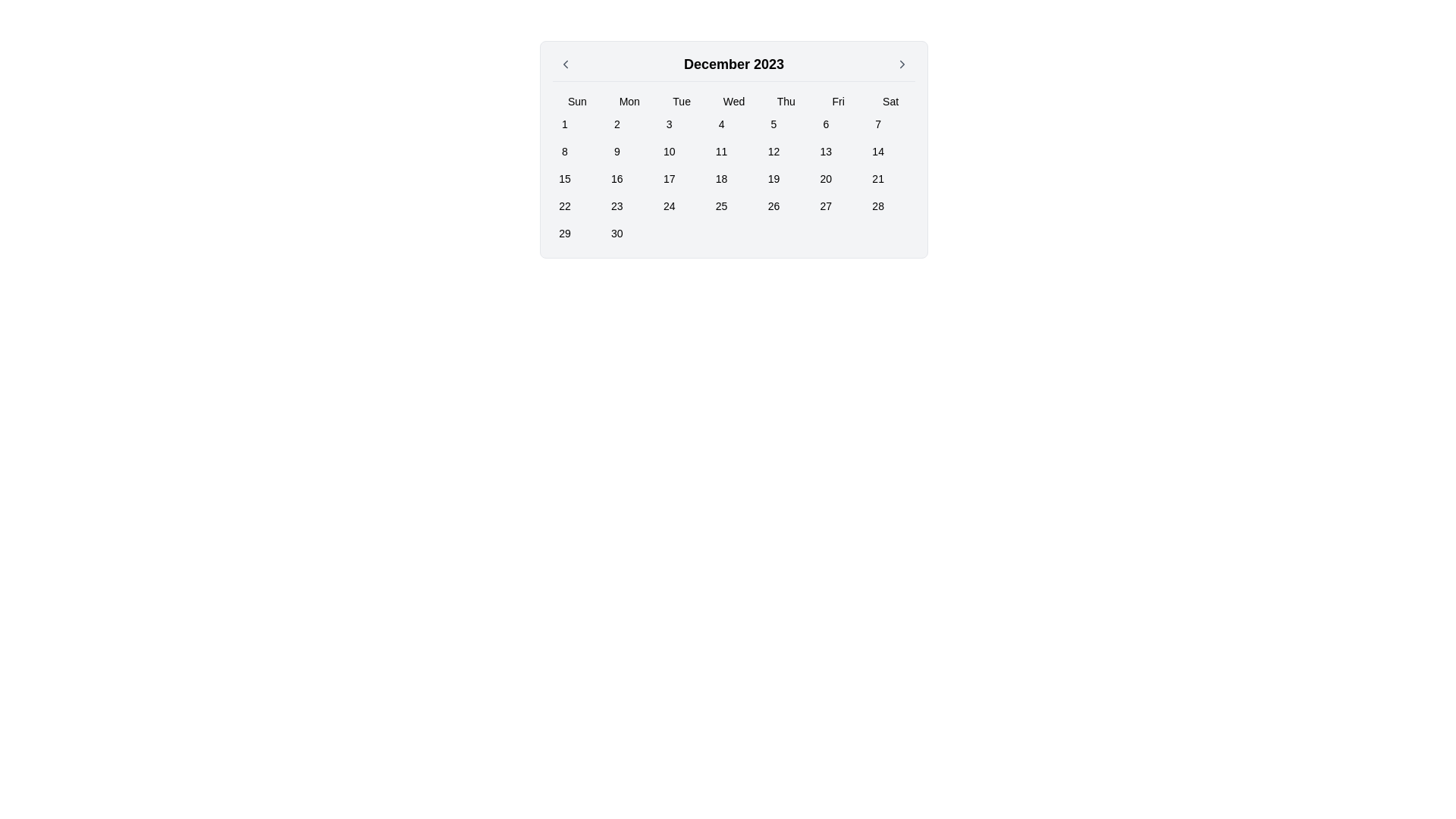 The width and height of the screenshot is (1456, 819). Describe the element at coordinates (563, 177) in the screenshot. I see `the button representing the date '15' in the monthly calendar` at that location.